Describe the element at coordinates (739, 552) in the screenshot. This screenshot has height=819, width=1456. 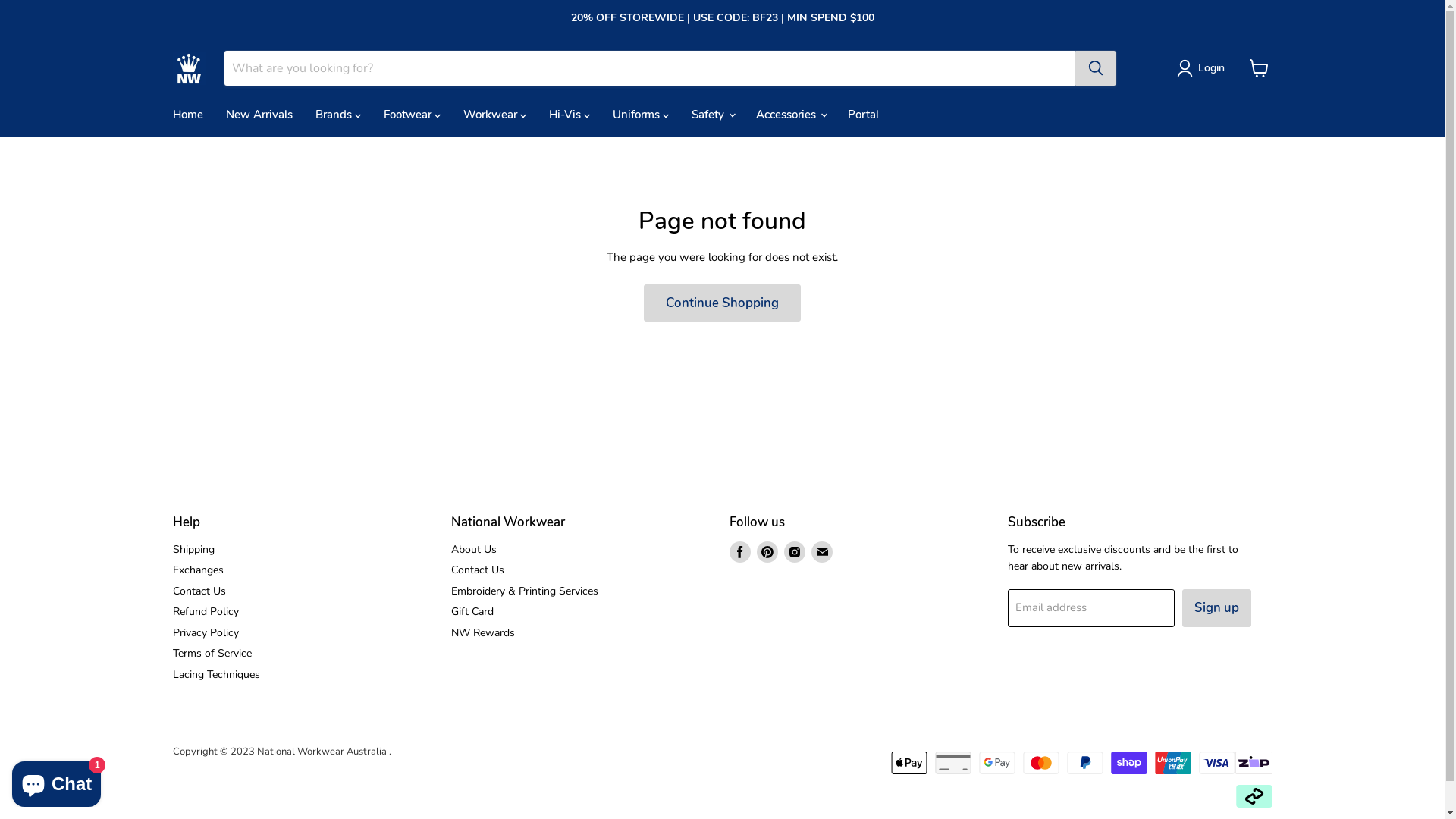
I see `'Find us on Facebook'` at that location.